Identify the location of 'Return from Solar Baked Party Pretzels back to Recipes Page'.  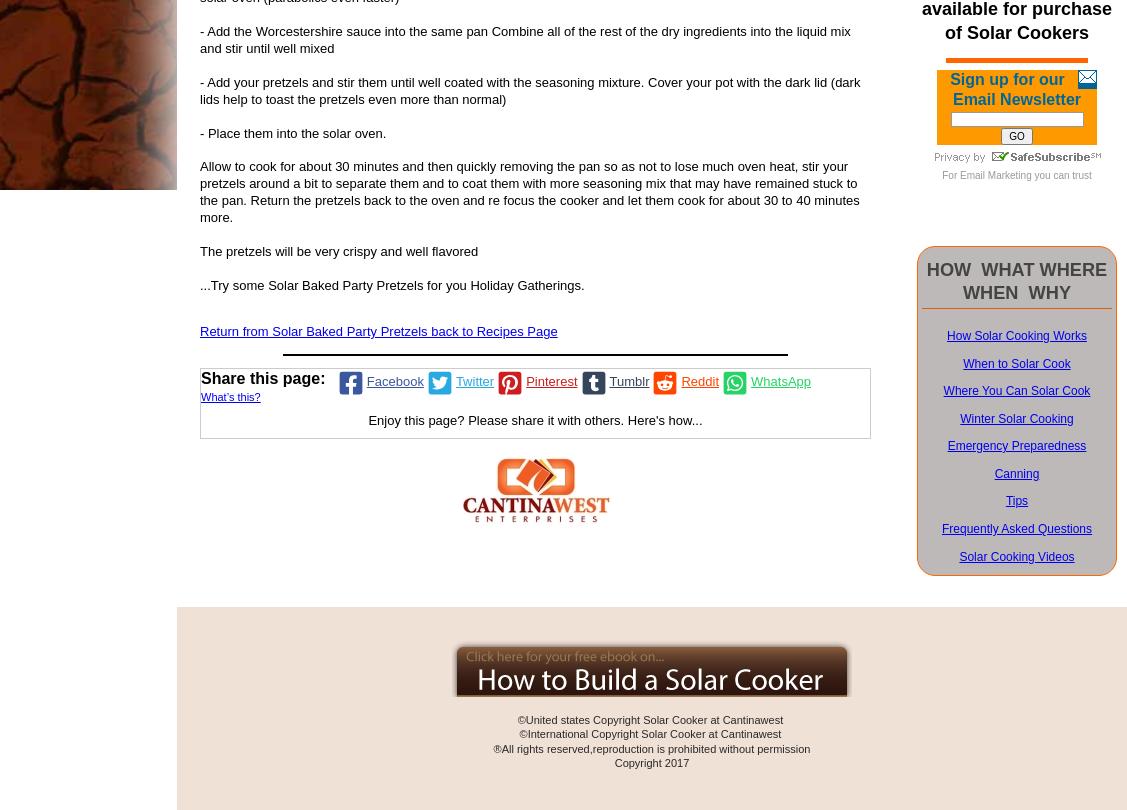
(377, 330).